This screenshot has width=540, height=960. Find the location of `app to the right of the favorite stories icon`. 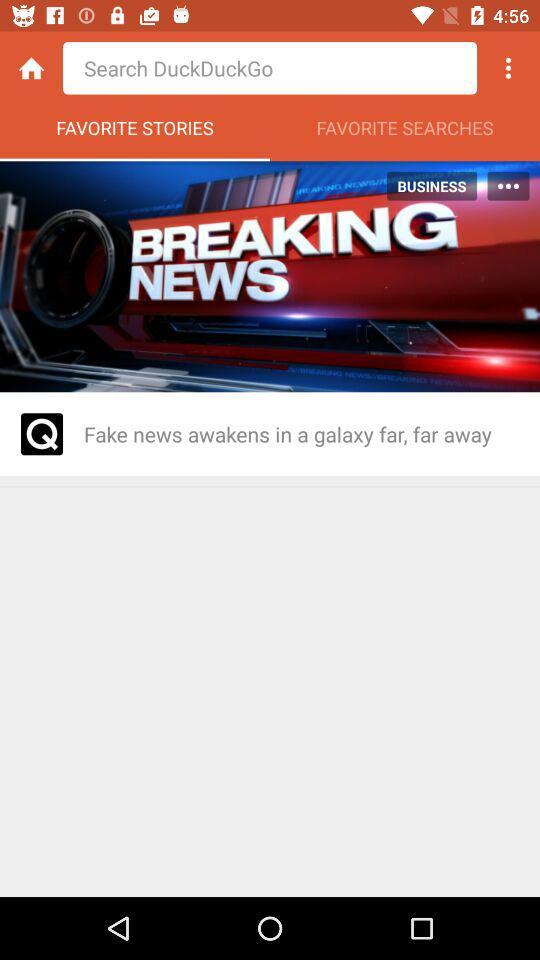

app to the right of the favorite stories icon is located at coordinates (405, 132).